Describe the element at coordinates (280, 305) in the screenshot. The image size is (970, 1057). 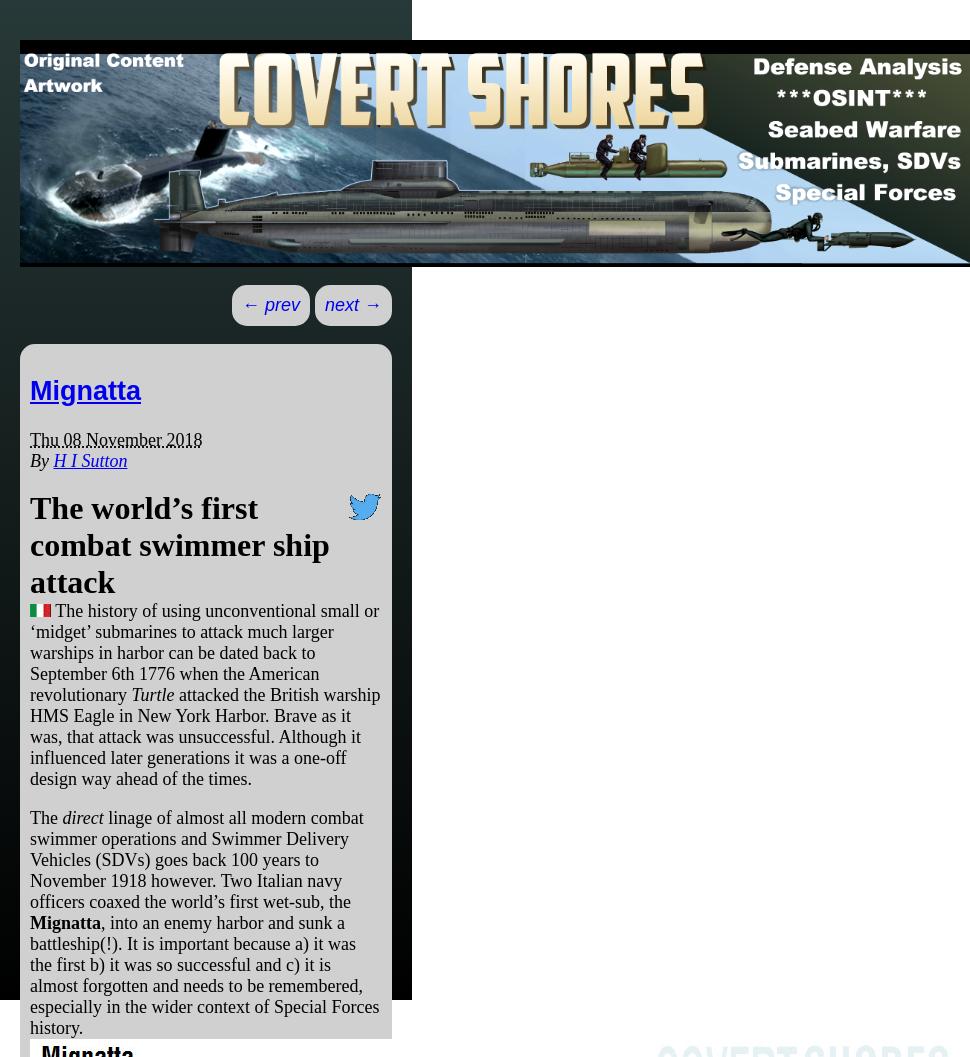
I see `'prev'` at that location.